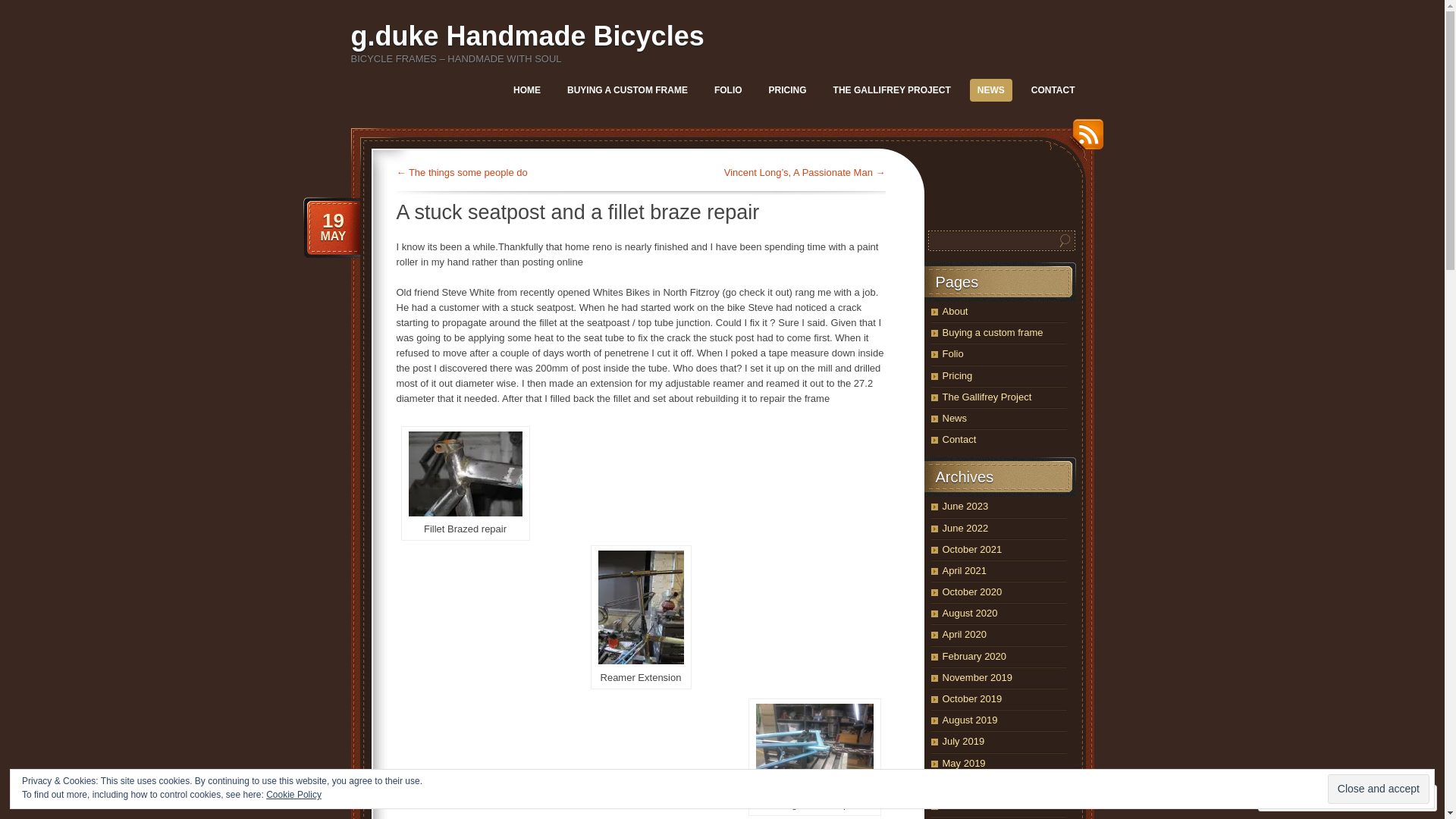 This screenshot has width=1456, height=819. What do you see at coordinates (974, 655) in the screenshot?
I see `'February 2020'` at bounding box center [974, 655].